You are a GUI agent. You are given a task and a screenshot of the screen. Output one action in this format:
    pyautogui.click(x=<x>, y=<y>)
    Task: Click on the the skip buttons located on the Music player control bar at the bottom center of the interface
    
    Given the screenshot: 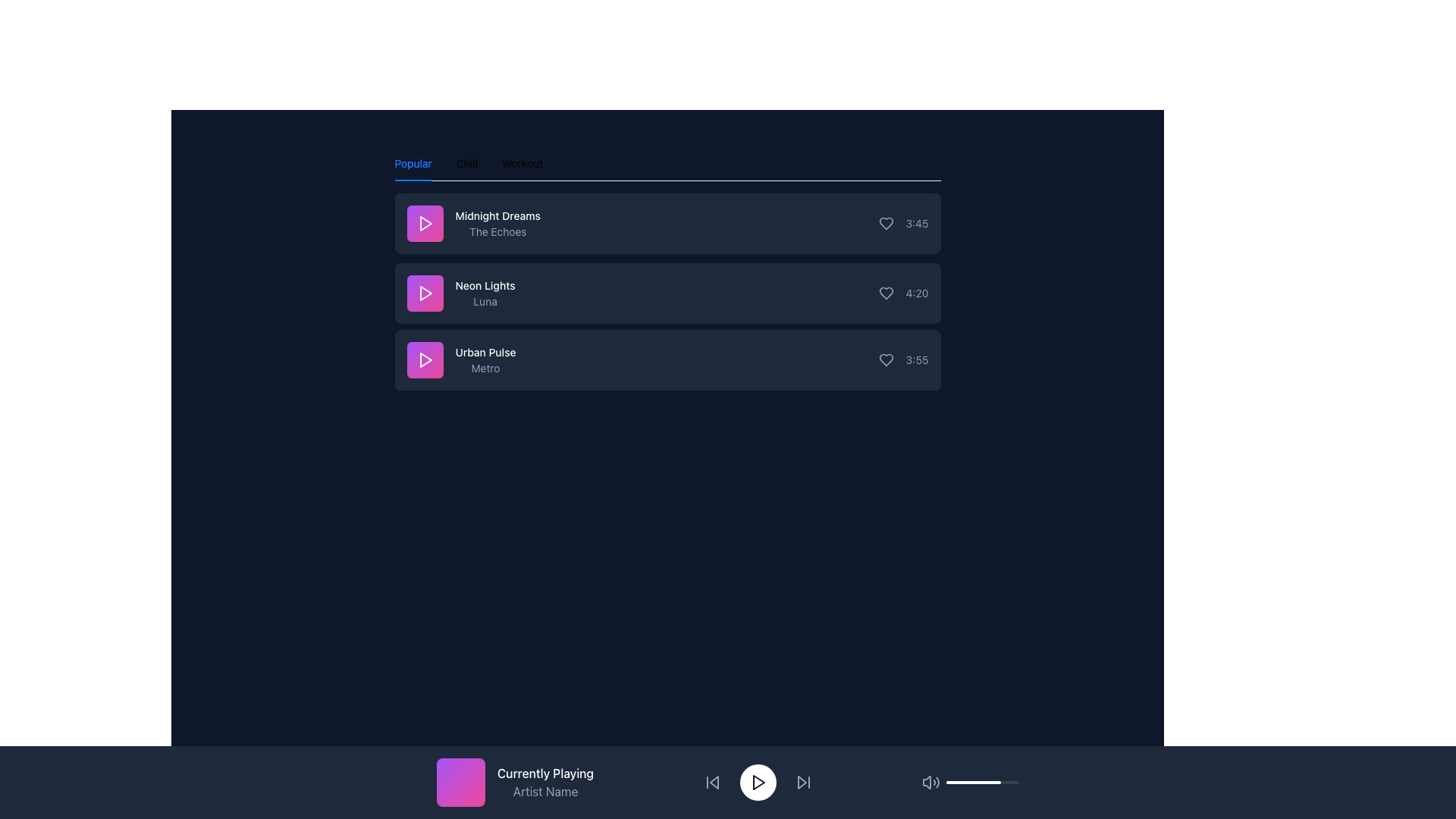 What is the action you would take?
    pyautogui.click(x=728, y=783)
    